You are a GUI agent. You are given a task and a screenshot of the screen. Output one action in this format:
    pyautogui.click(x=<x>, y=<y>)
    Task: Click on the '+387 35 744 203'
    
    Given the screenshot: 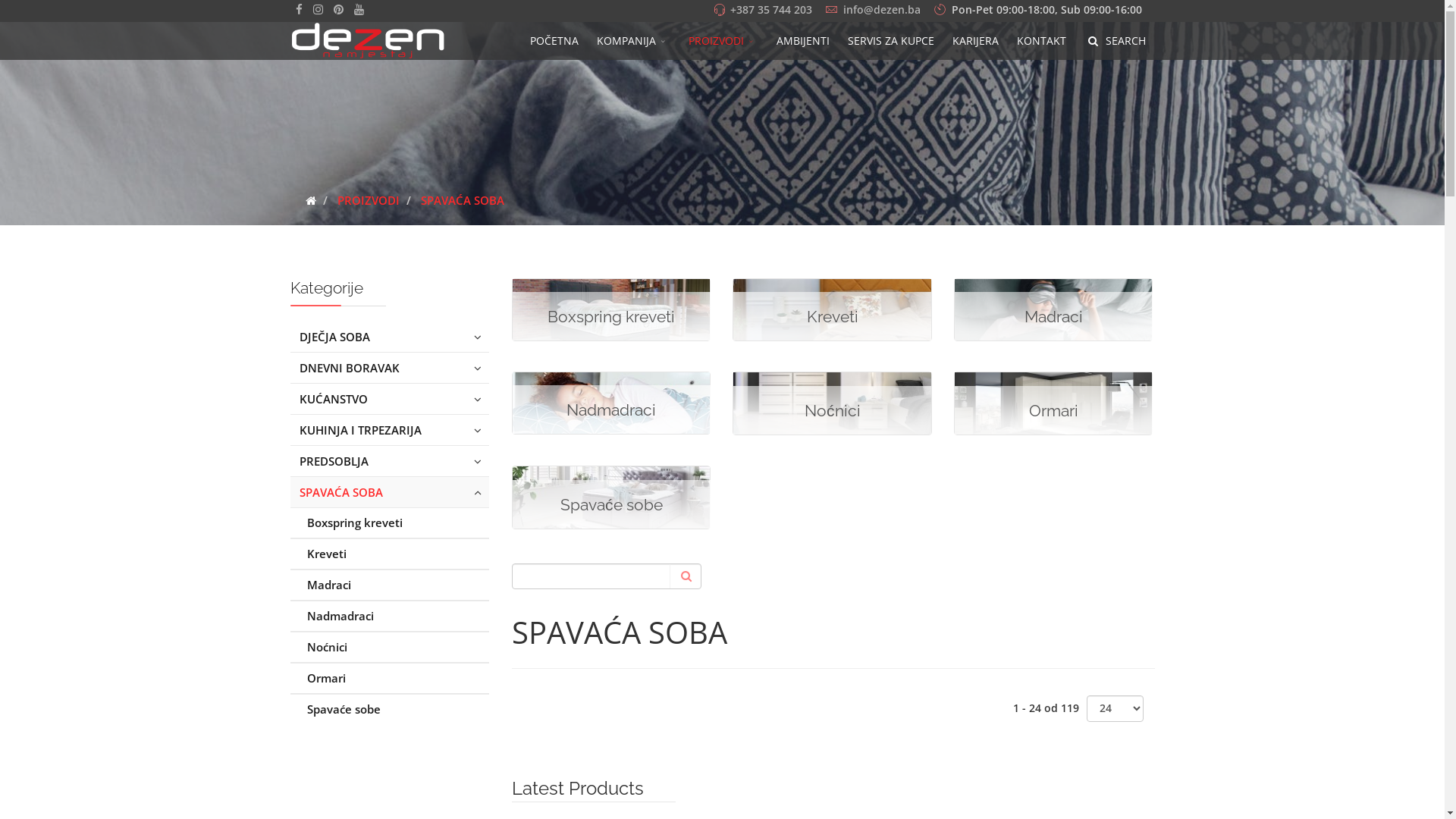 What is the action you would take?
    pyautogui.click(x=770, y=9)
    